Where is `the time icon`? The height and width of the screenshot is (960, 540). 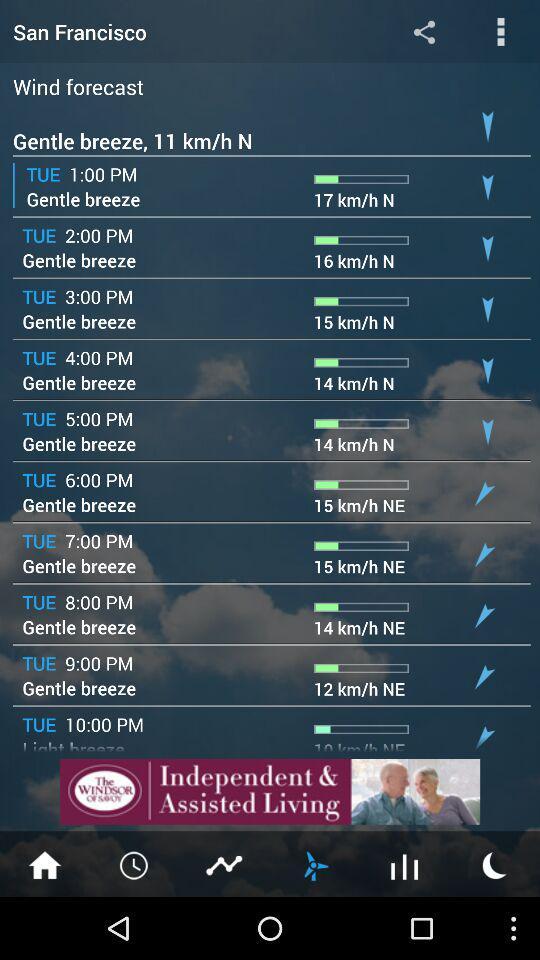 the time icon is located at coordinates (135, 925).